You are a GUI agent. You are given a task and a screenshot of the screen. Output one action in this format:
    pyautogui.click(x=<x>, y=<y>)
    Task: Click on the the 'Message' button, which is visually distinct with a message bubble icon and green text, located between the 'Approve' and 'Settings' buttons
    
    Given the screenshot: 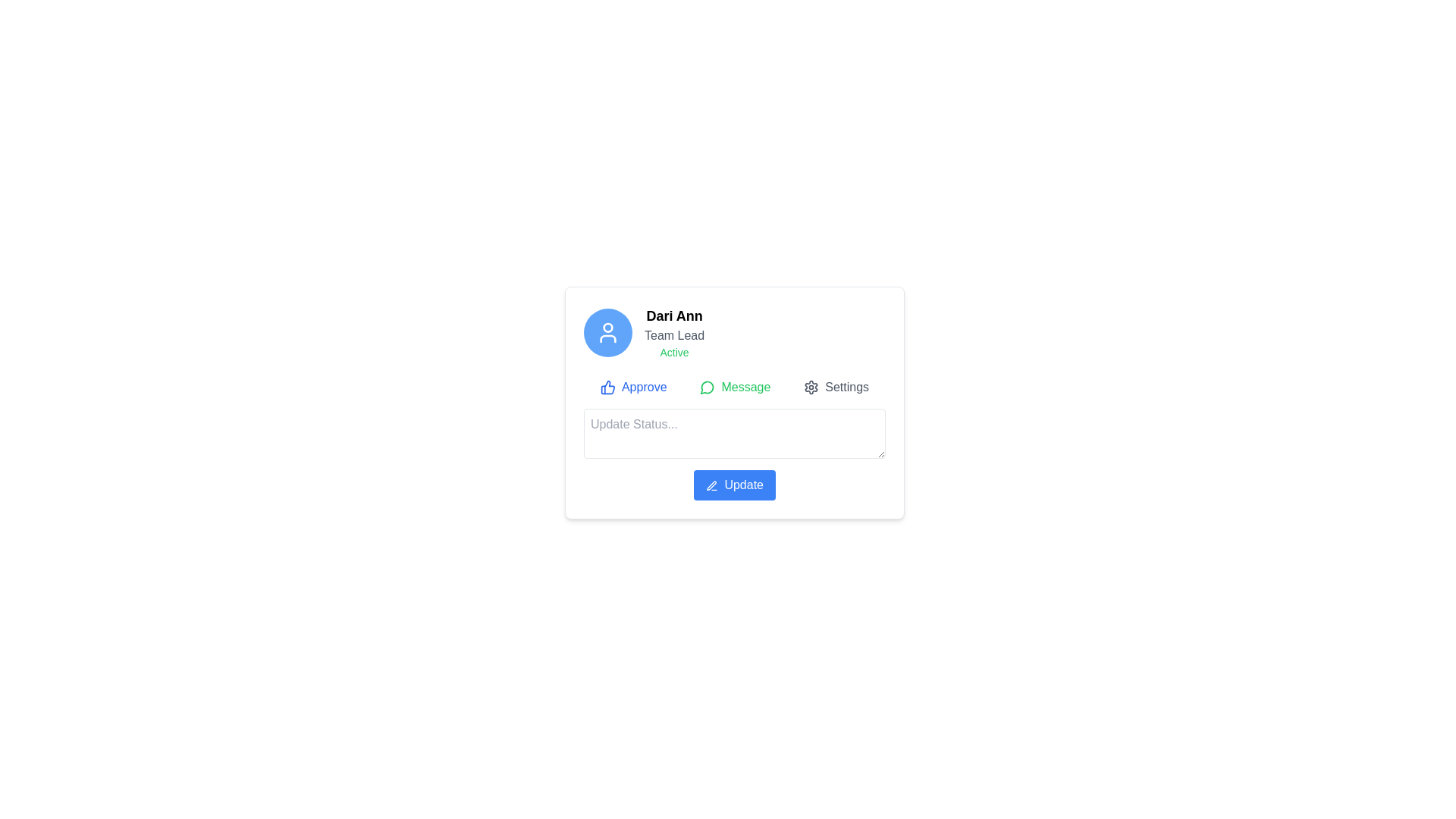 What is the action you would take?
    pyautogui.click(x=735, y=386)
    